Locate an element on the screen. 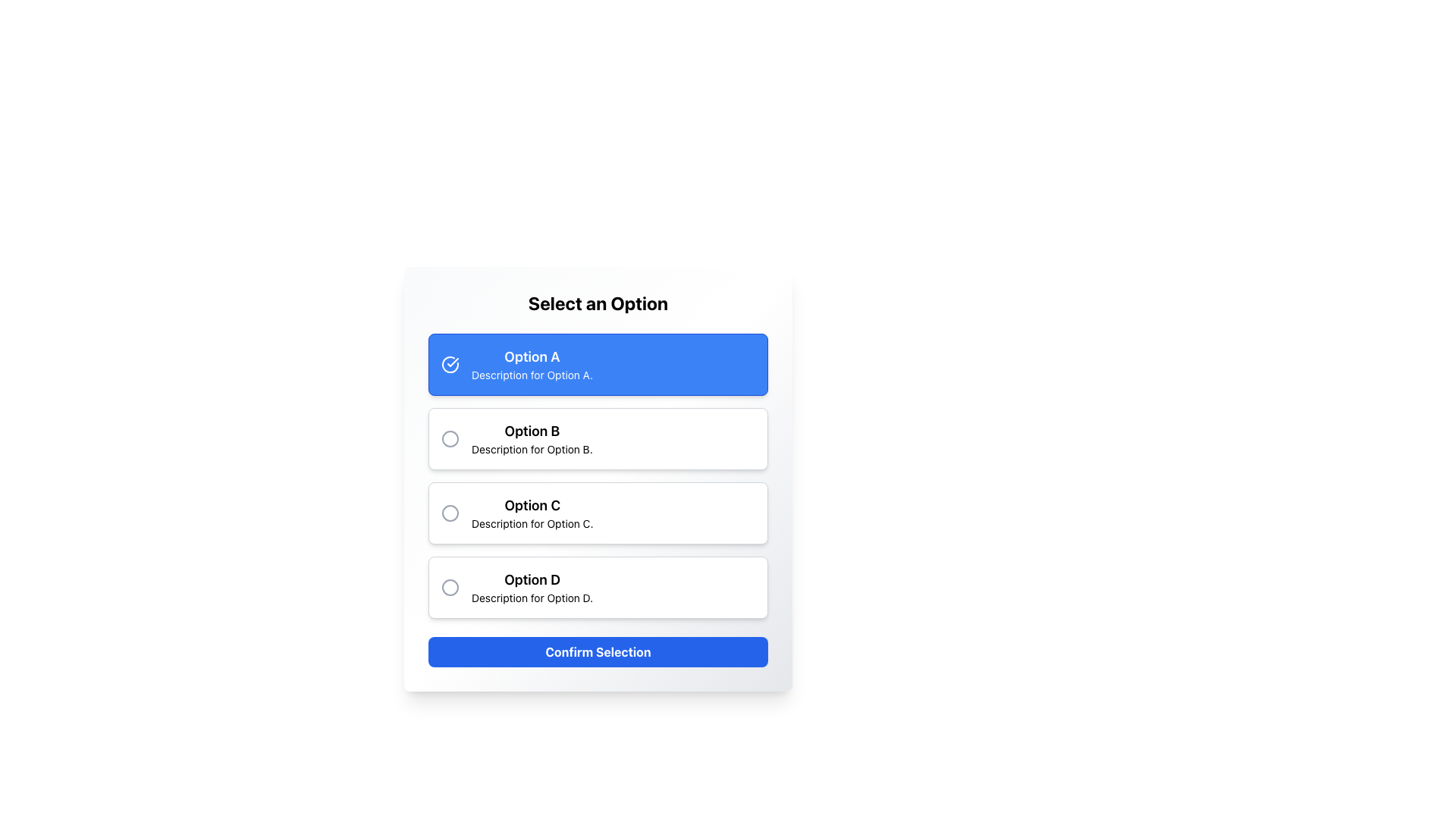 This screenshot has height=819, width=1456. the circular radio button with a gray outline adjacent to the text 'Option B' is located at coordinates (450, 438).